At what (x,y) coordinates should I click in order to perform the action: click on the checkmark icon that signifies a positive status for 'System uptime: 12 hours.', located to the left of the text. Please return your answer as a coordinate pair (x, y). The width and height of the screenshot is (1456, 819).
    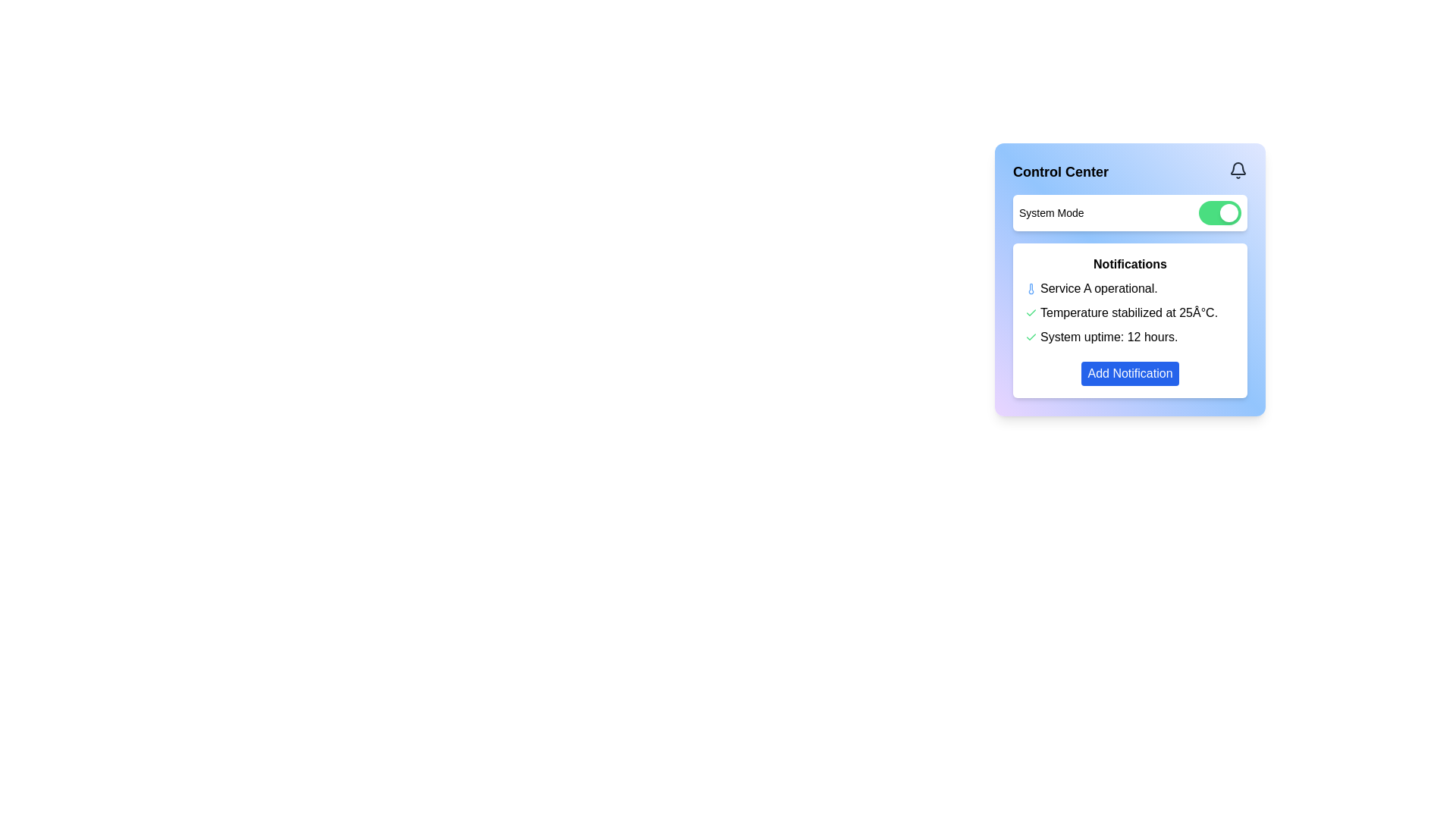
    Looking at the image, I should click on (1031, 336).